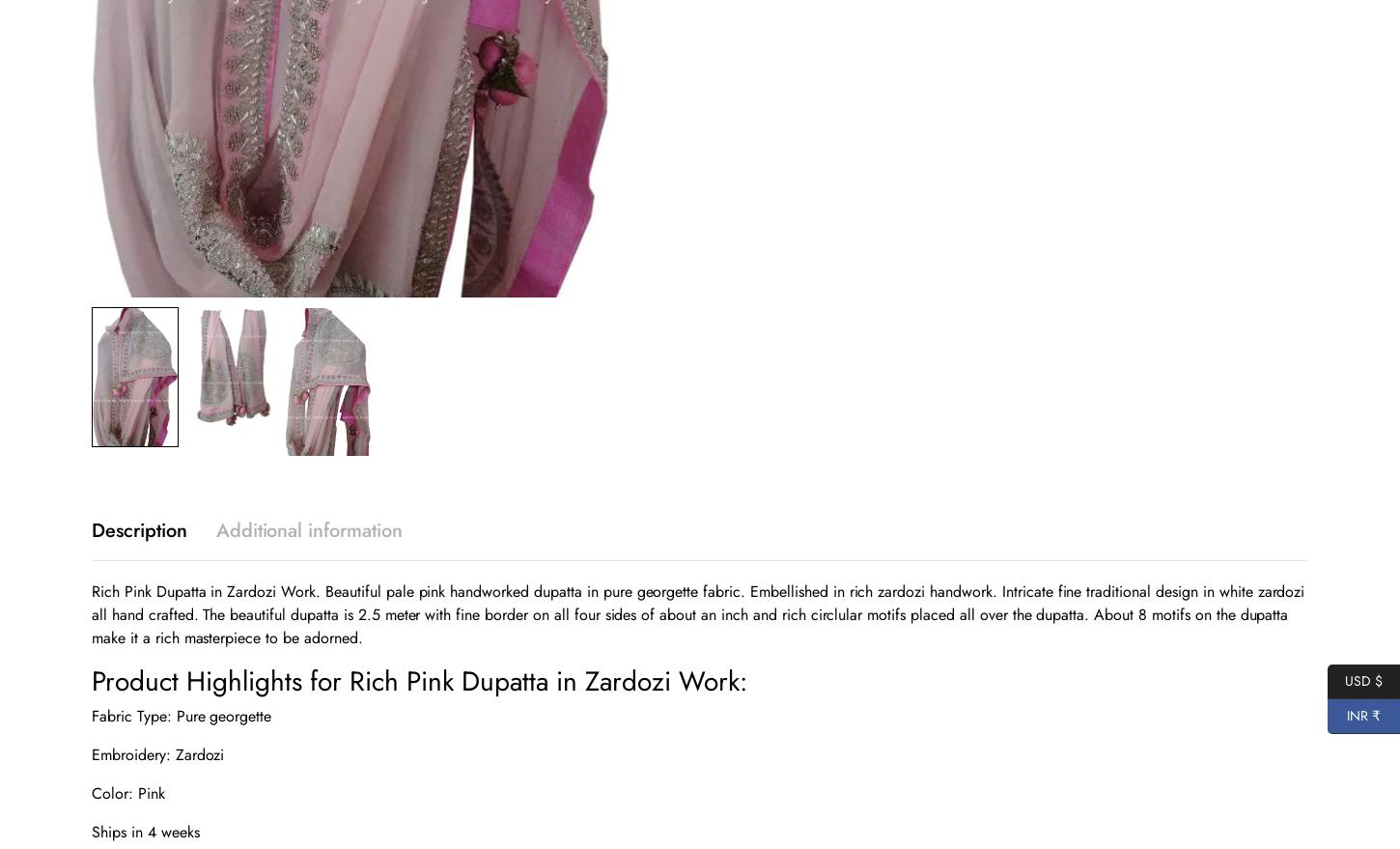 The image size is (1400, 849). Describe the element at coordinates (631, 126) in the screenshot. I see `'You can share the product with your friends'` at that location.